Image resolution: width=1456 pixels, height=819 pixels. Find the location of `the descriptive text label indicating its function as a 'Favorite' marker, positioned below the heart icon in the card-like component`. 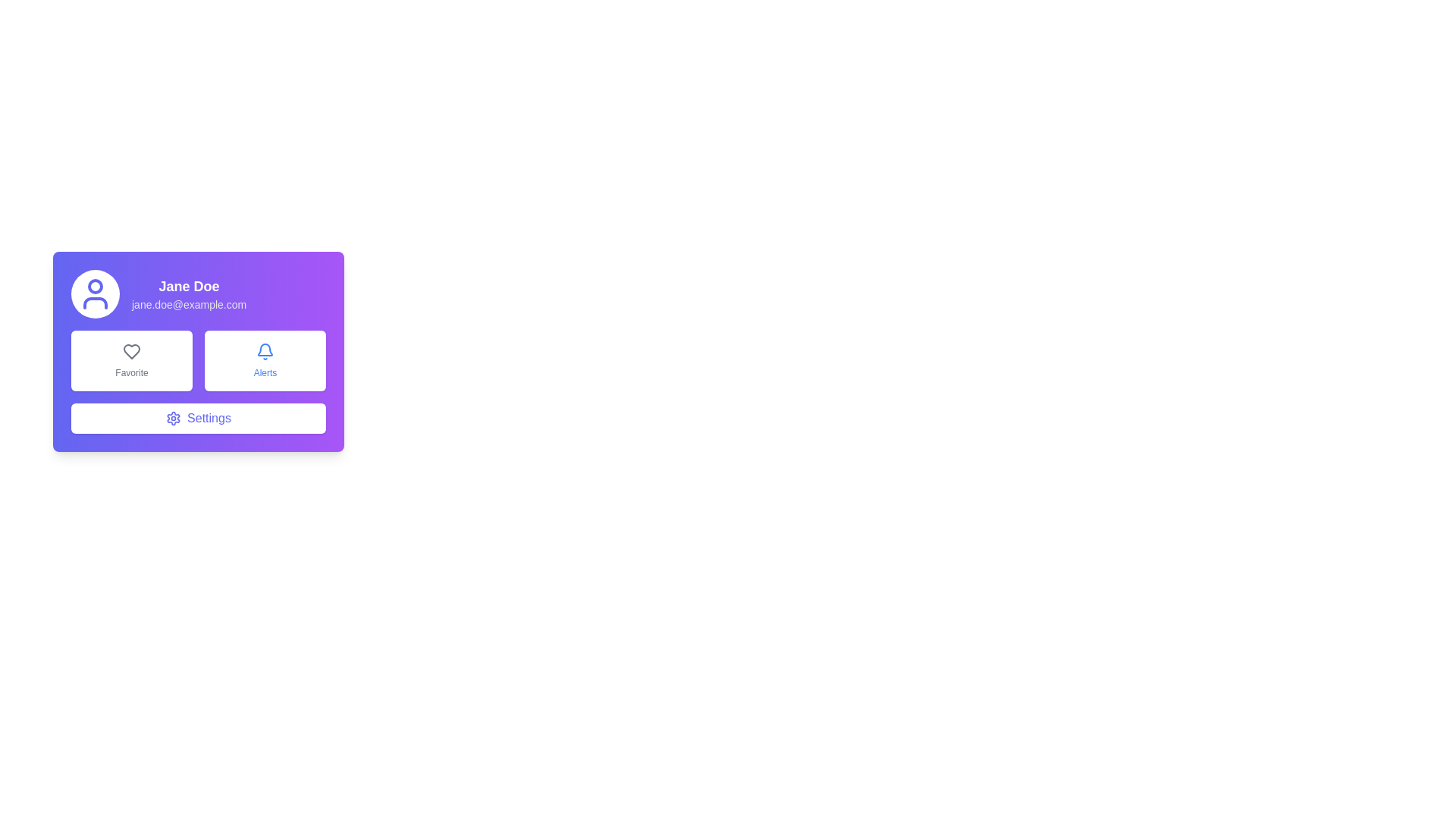

the descriptive text label indicating its function as a 'Favorite' marker, positioned below the heart icon in the card-like component is located at coordinates (131, 373).